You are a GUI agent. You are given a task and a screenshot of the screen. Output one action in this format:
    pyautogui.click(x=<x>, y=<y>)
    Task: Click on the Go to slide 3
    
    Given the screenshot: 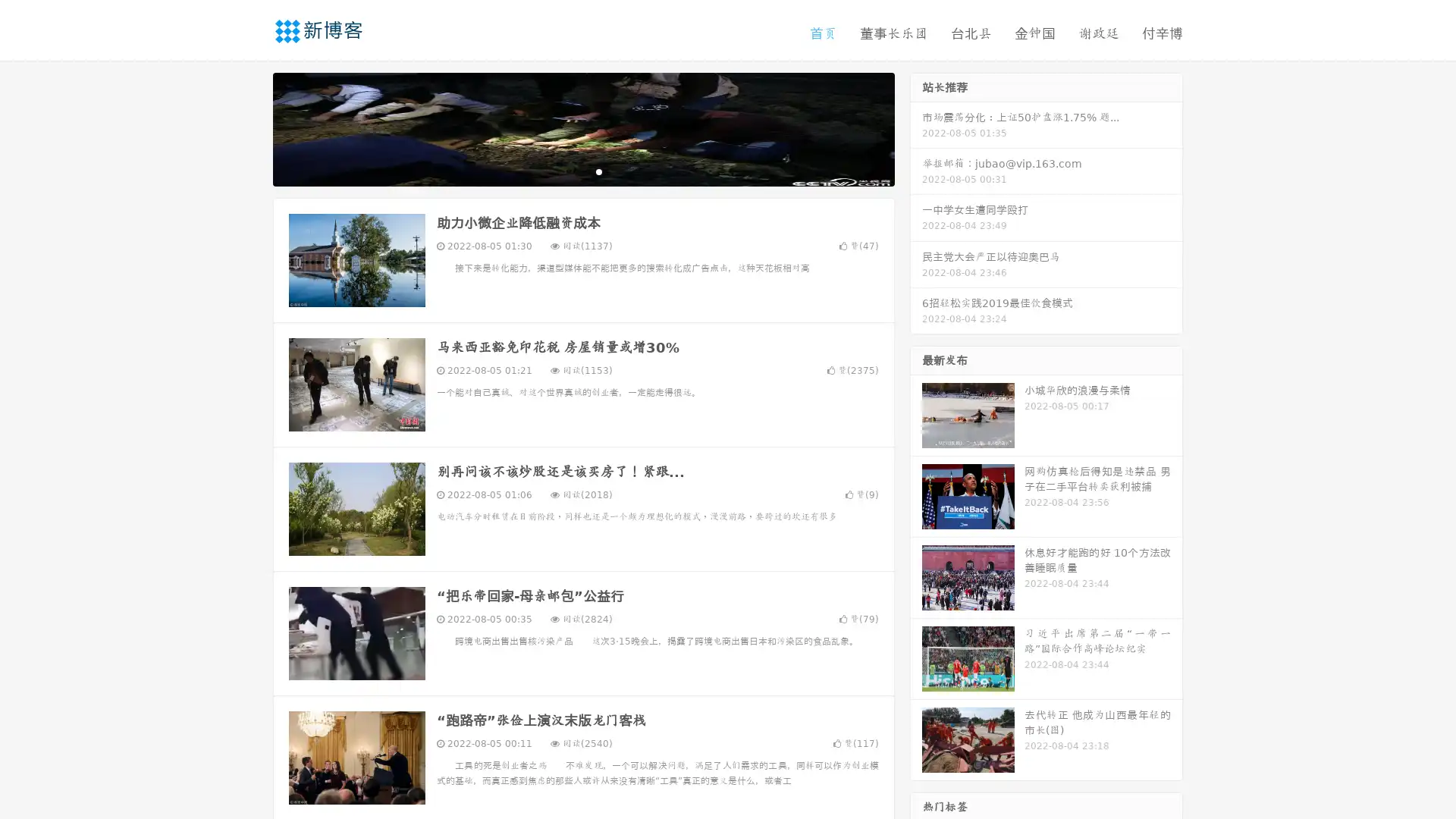 What is the action you would take?
    pyautogui.click(x=598, y=171)
    